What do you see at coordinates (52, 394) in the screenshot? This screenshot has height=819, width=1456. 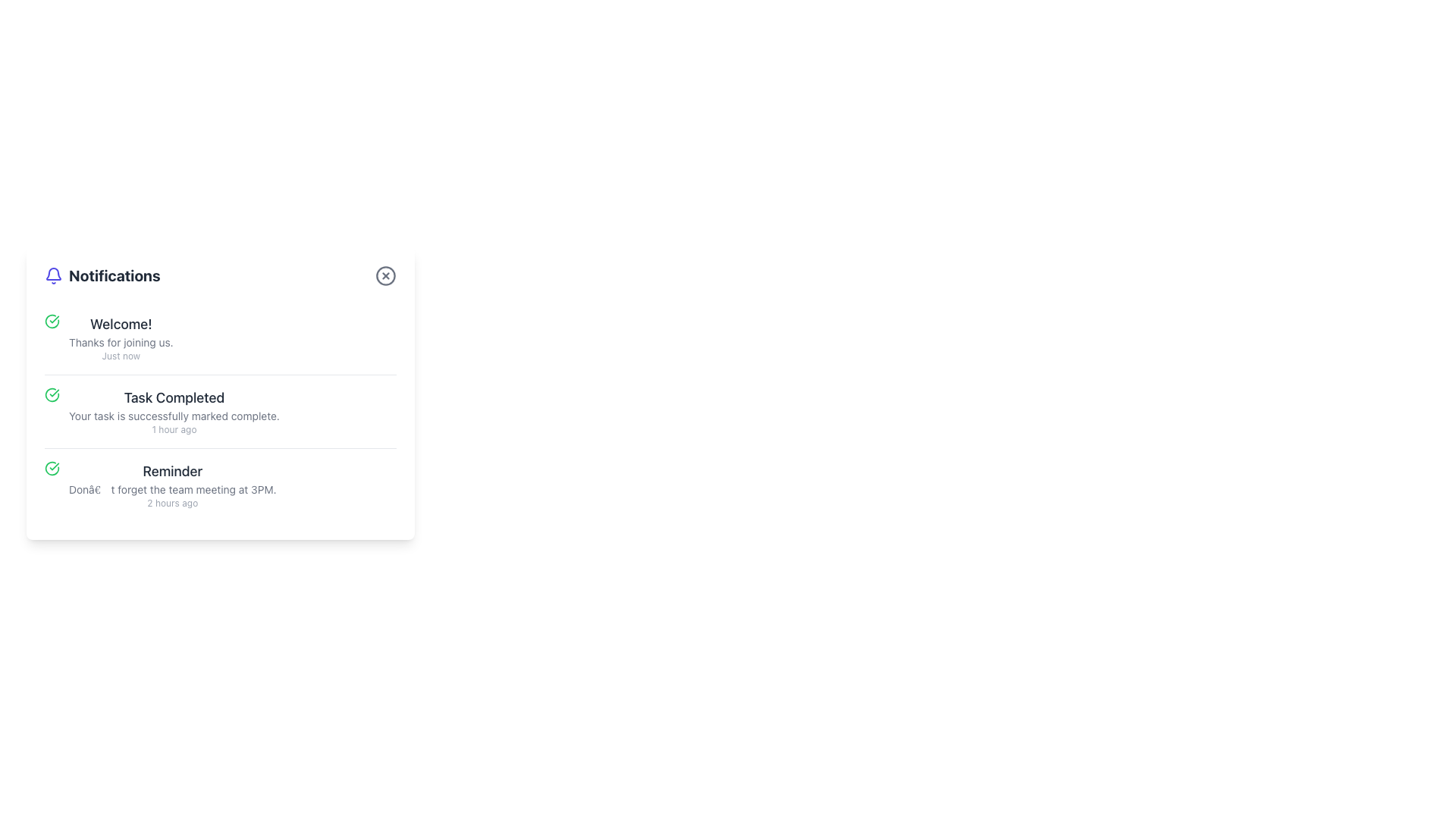 I see `the green checkmark icon indicating 'Task Completed' in the notification list` at bounding box center [52, 394].